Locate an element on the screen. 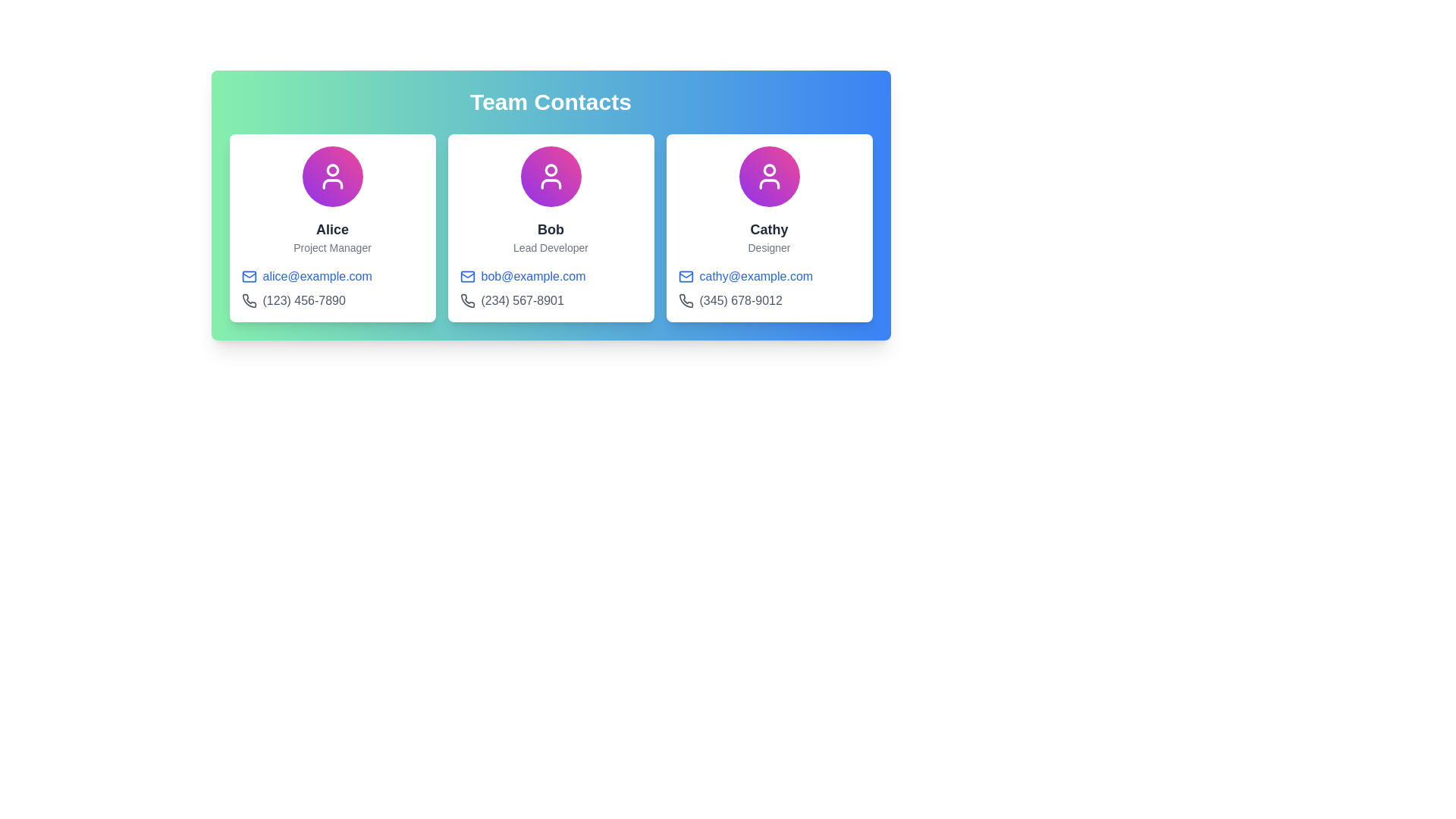 This screenshot has width=1456, height=819. the text label displaying 'Lead Developer', which is styled in gray and positioned below 'Bob' within the middle card of the layout is located at coordinates (550, 247).